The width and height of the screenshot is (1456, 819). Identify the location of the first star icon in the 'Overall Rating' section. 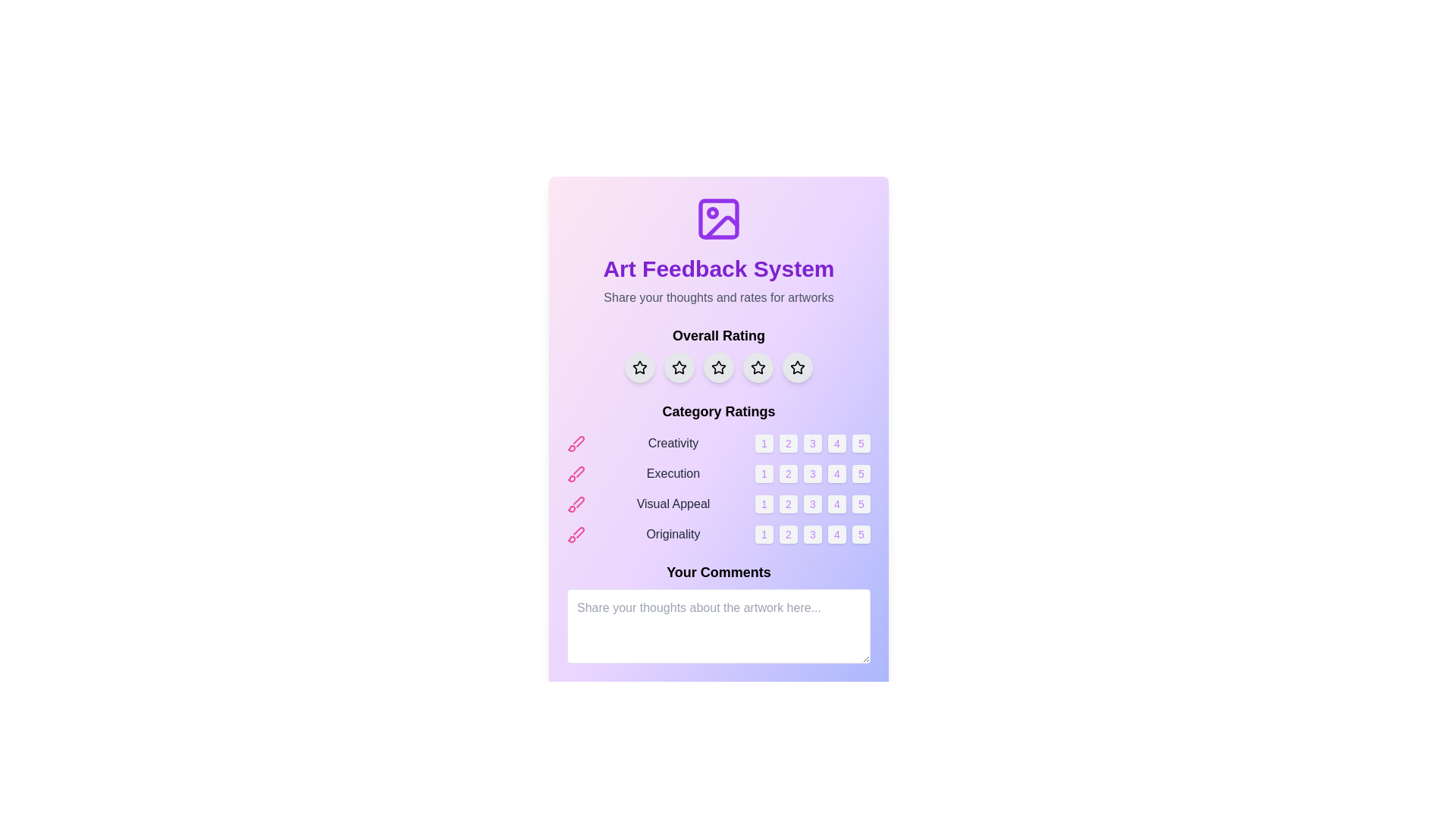
(640, 367).